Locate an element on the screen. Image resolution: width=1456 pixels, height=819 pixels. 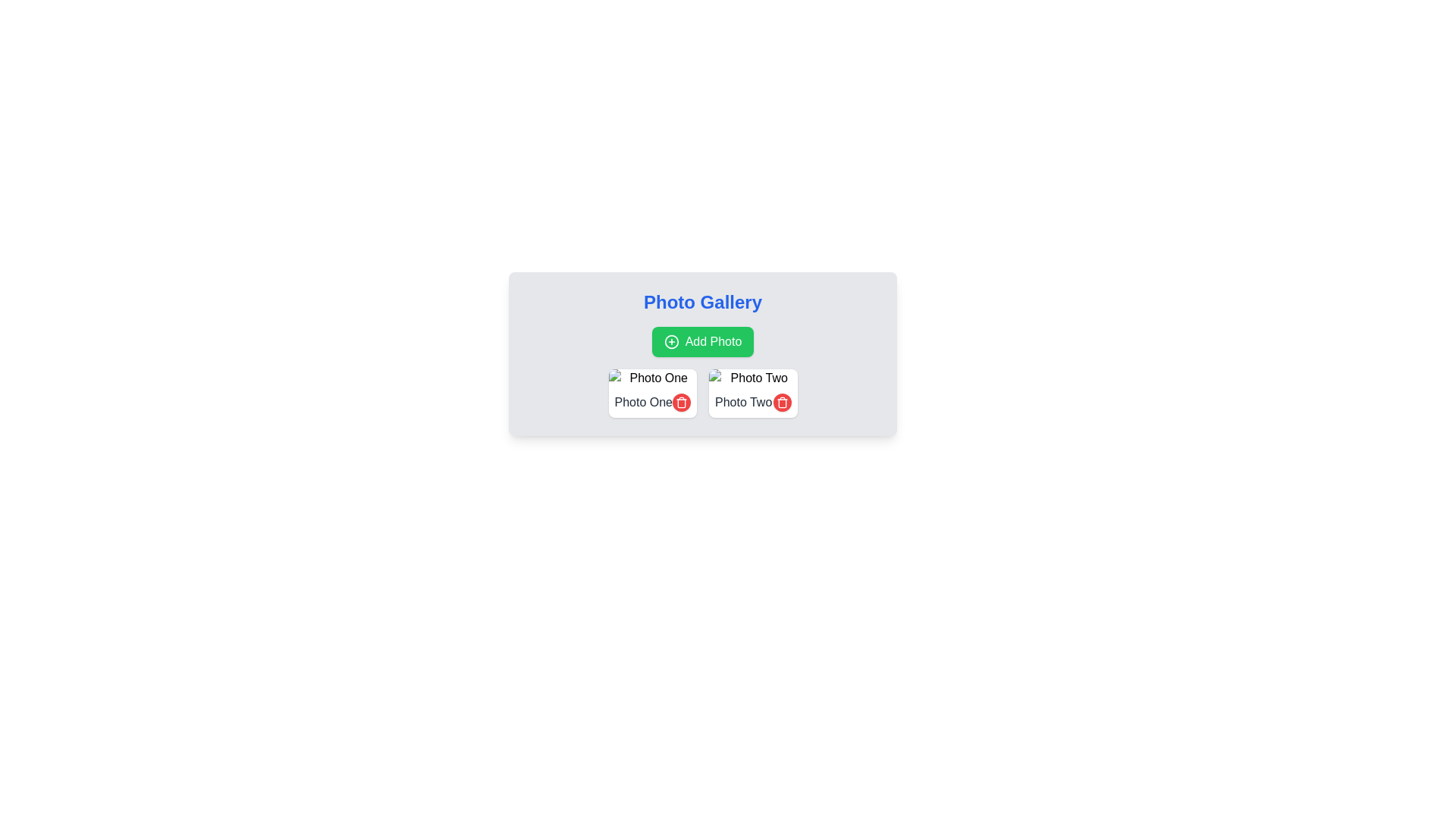
the 'Photo One' text label, which is the first item in the left column of the two-column layout under the 'Photo Gallery' header is located at coordinates (643, 402).